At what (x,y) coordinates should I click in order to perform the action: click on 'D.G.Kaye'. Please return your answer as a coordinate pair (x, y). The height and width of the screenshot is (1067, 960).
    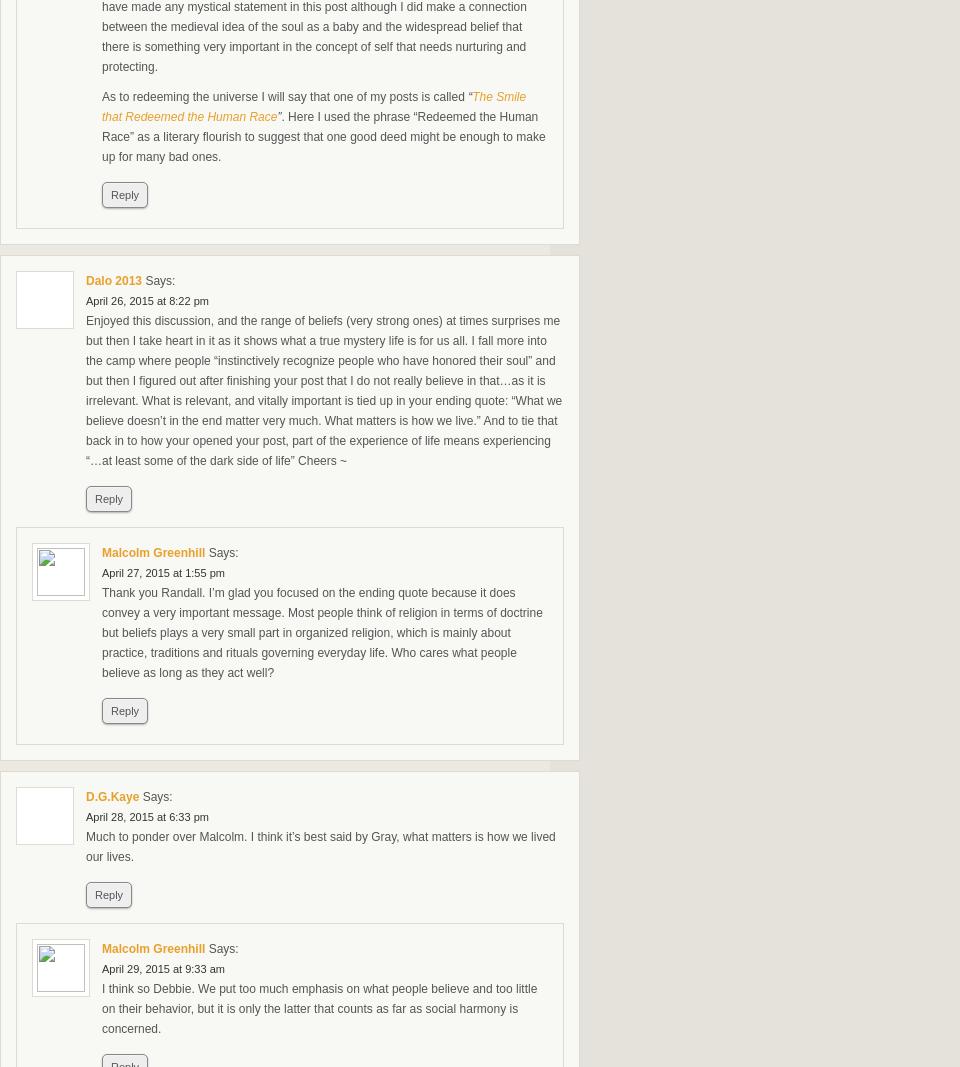
    Looking at the image, I should click on (112, 796).